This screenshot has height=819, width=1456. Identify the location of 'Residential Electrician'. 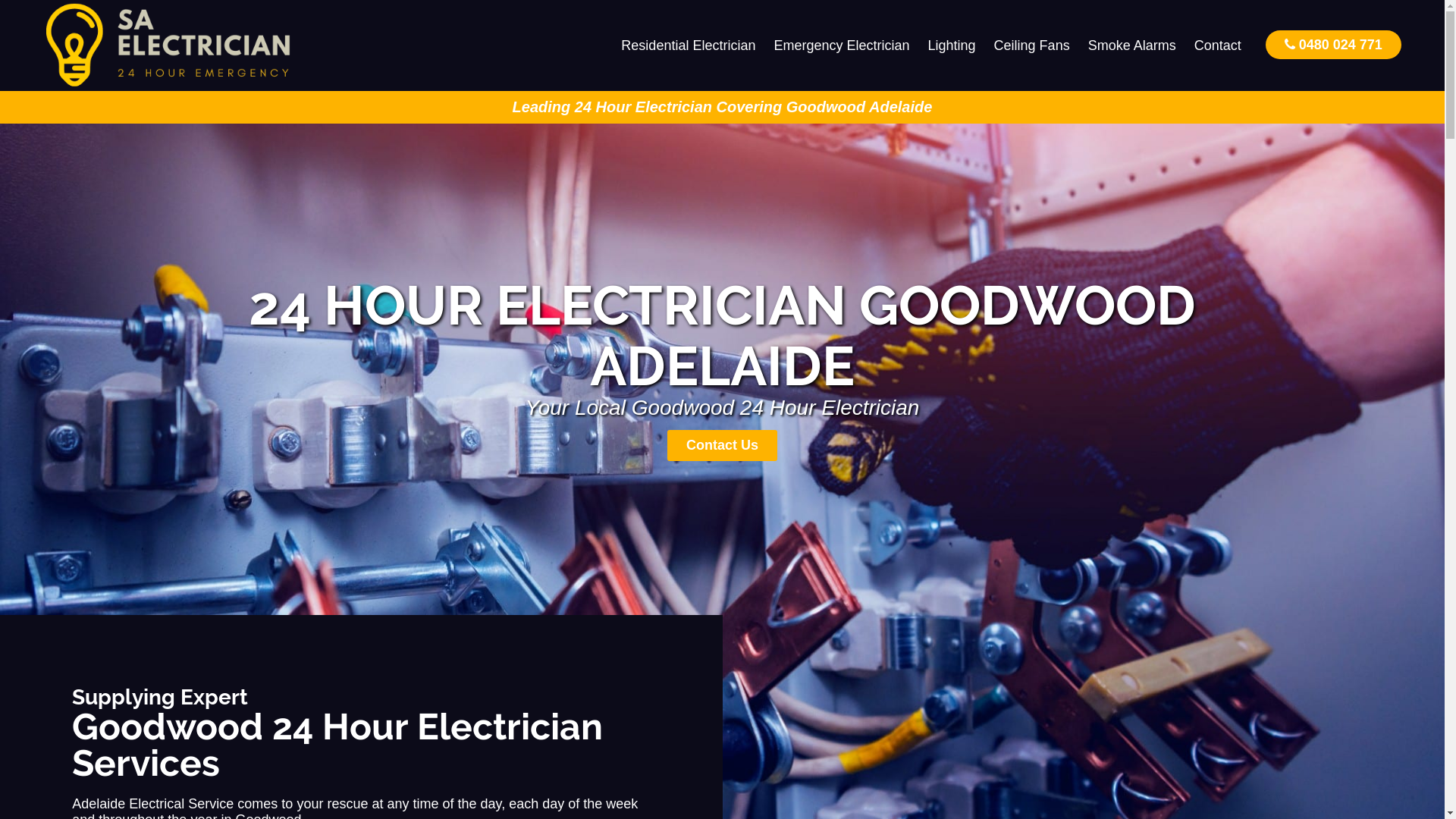
(687, 45).